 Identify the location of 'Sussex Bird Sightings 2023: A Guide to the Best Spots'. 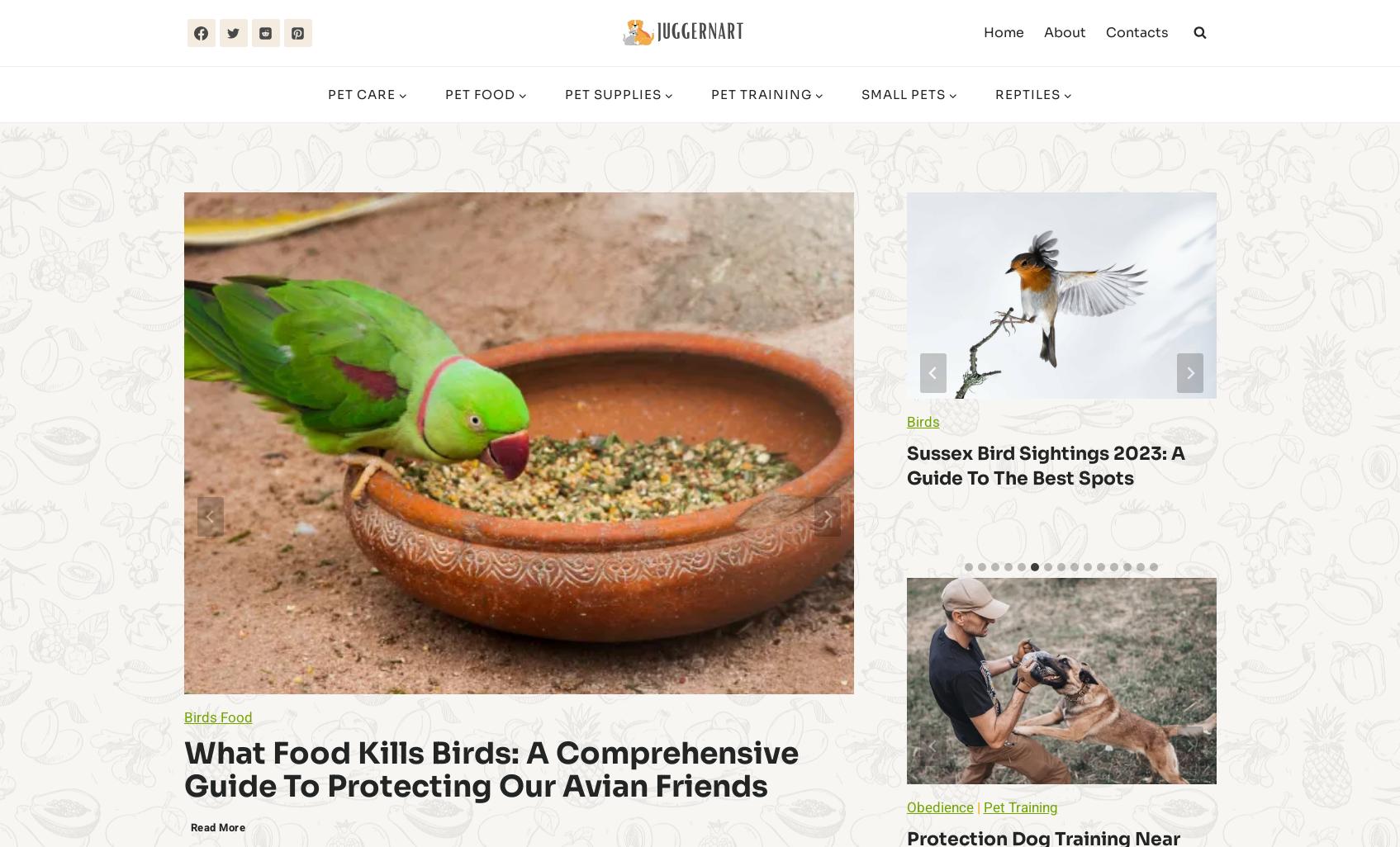
(1044, 466).